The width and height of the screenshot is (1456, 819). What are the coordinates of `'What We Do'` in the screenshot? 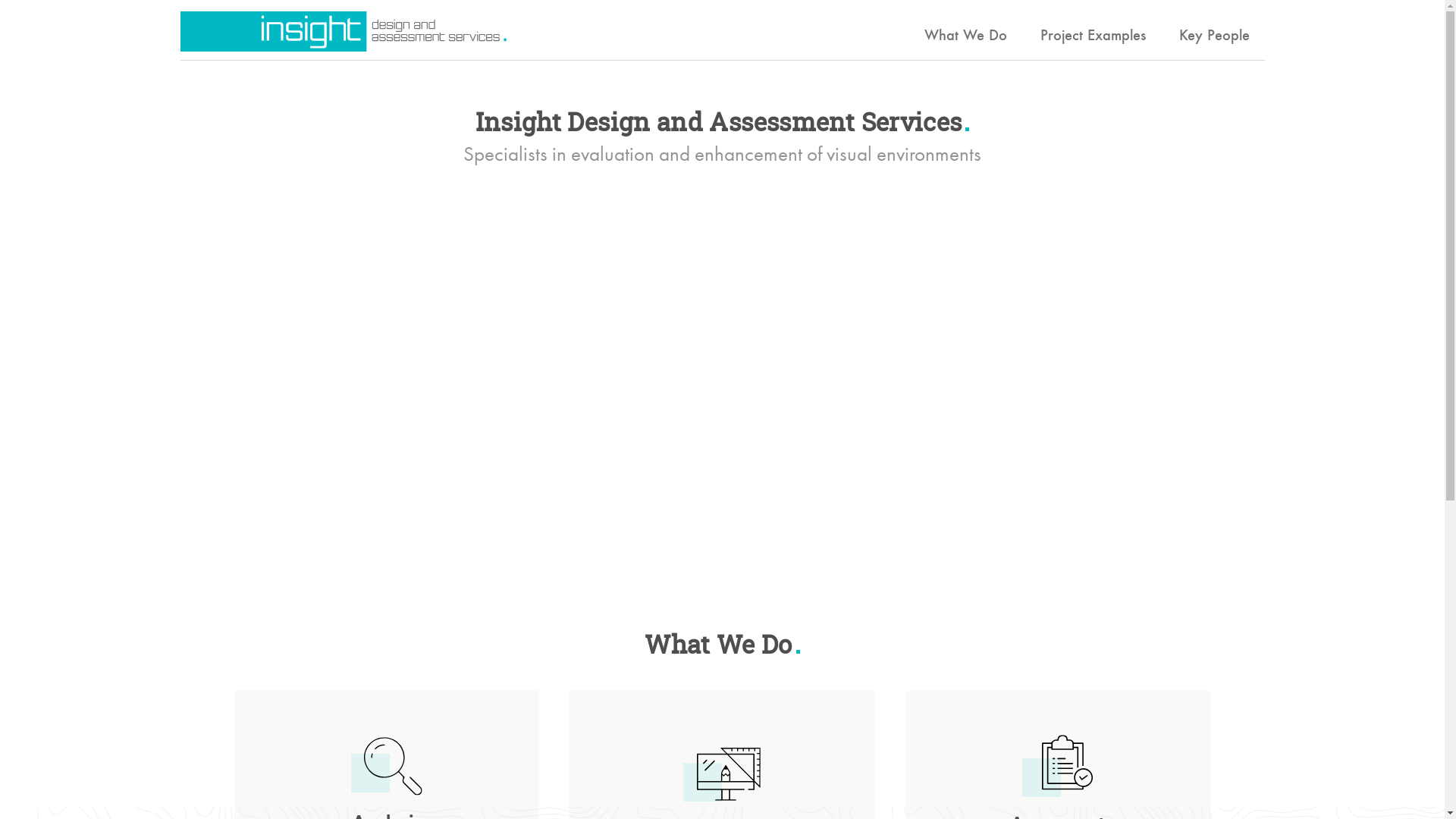 It's located at (964, 34).